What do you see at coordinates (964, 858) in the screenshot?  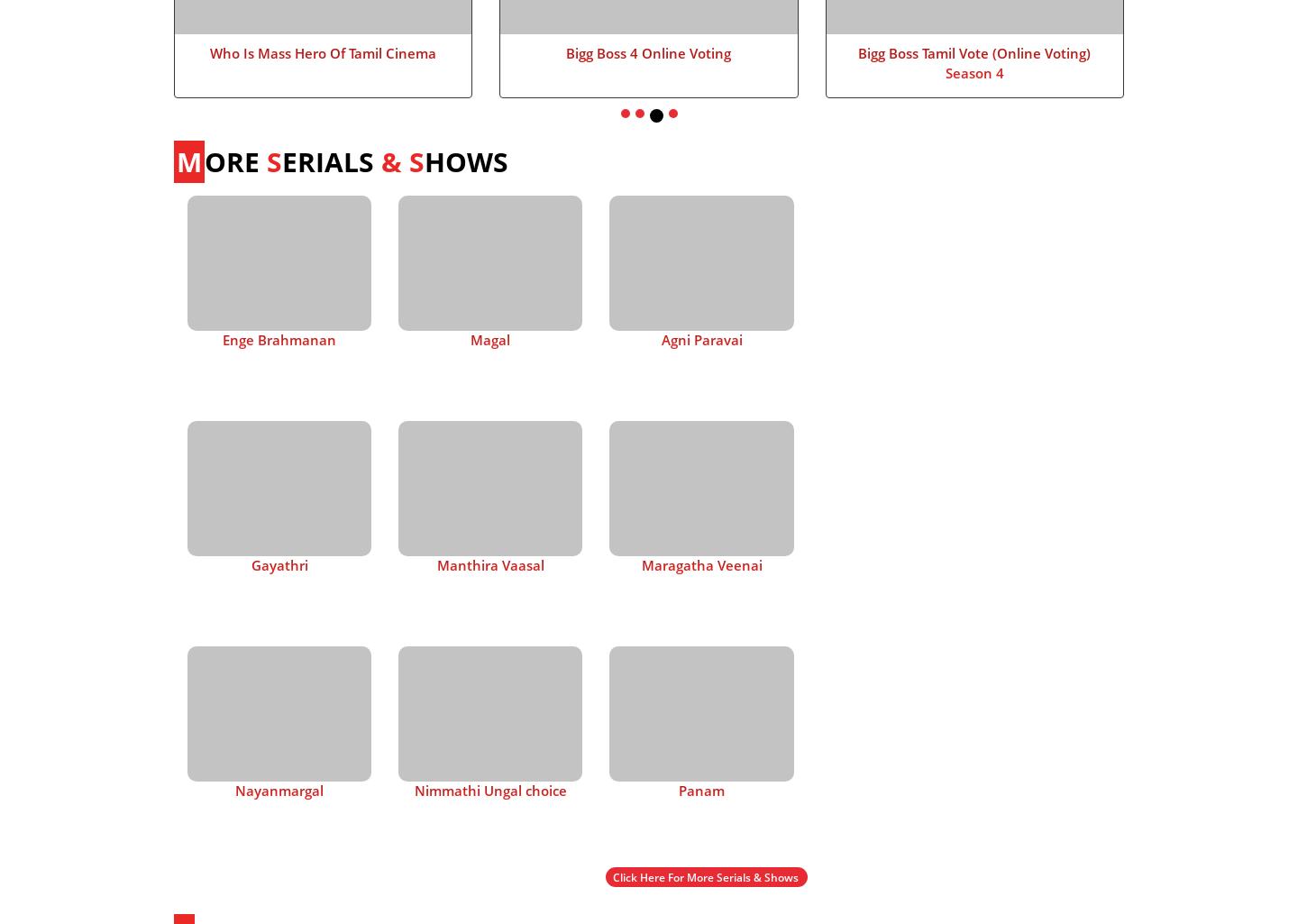 I see `'INDIA வும் ICC TROPHIES யும் 💔 | WTC Final 2021 | ..'` at bounding box center [964, 858].